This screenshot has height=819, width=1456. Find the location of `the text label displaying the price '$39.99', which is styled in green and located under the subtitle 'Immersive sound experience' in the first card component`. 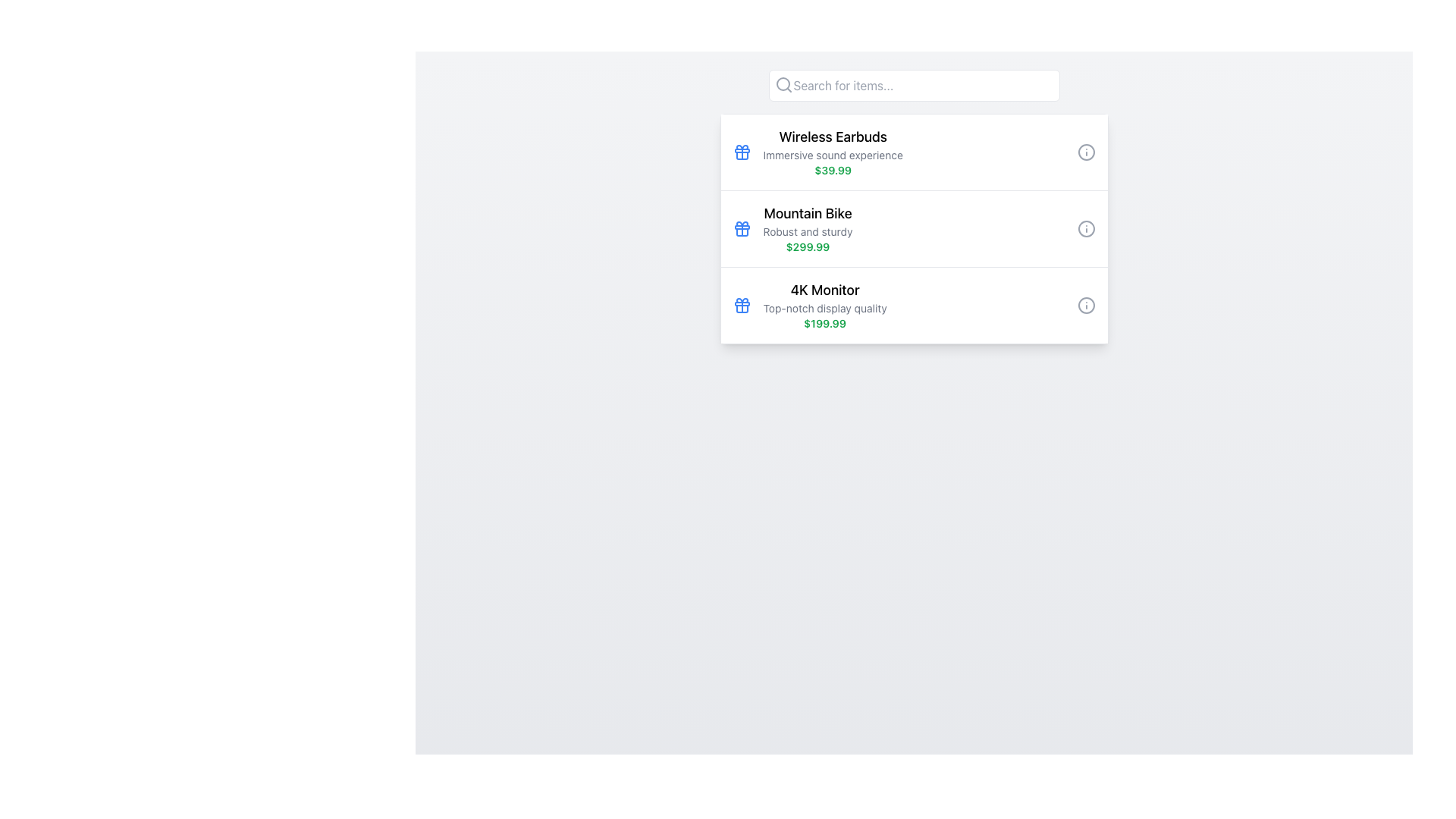

the text label displaying the price '$39.99', which is styled in green and located under the subtitle 'Immersive sound experience' in the first card component is located at coordinates (832, 170).